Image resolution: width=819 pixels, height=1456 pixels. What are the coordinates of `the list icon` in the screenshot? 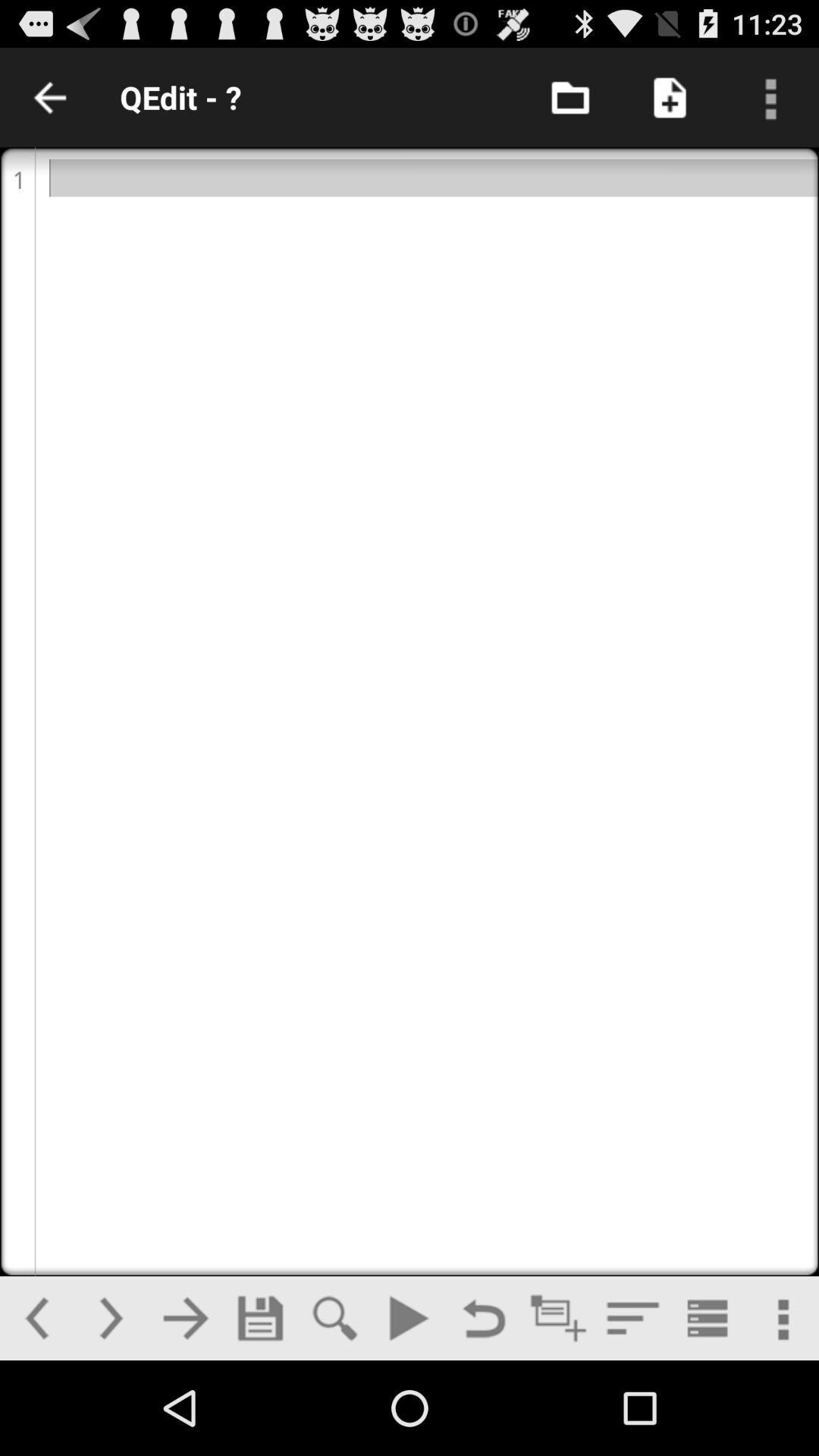 It's located at (707, 1410).